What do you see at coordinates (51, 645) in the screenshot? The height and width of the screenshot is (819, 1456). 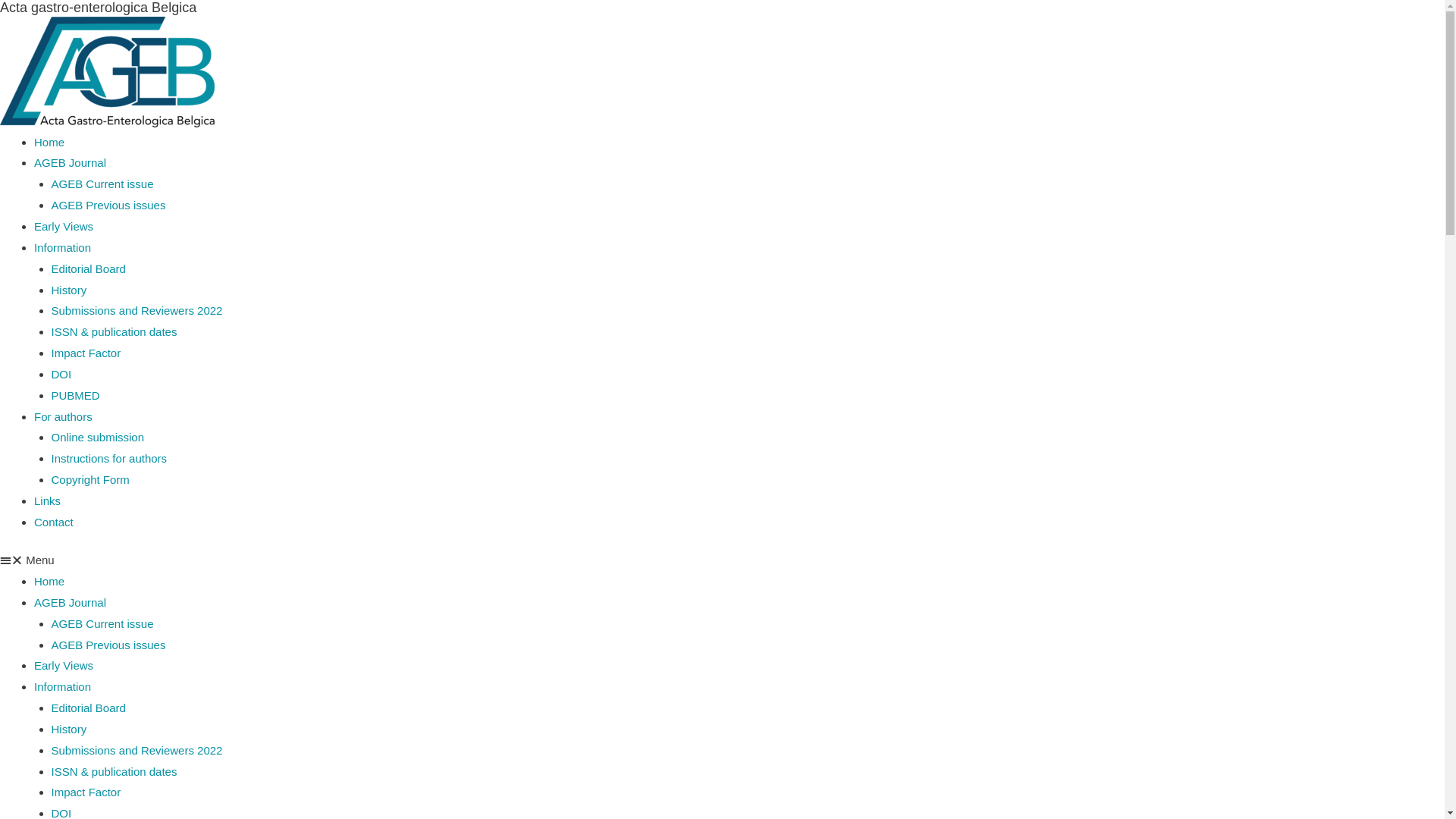 I see `'AGEB Previous issues'` at bounding box center [51, 645].